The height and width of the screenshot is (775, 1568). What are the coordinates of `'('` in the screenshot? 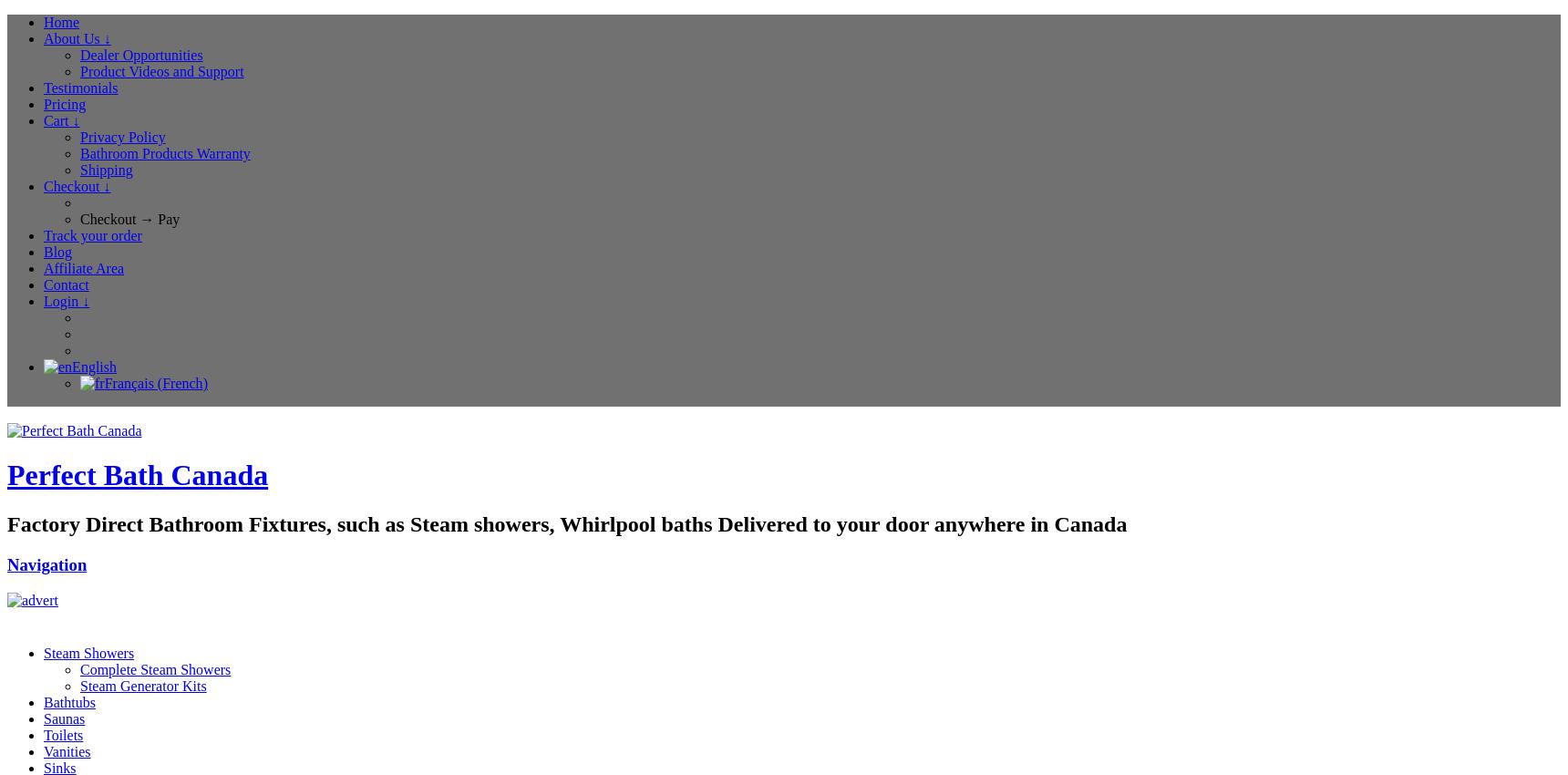 It's located at (158, 383).